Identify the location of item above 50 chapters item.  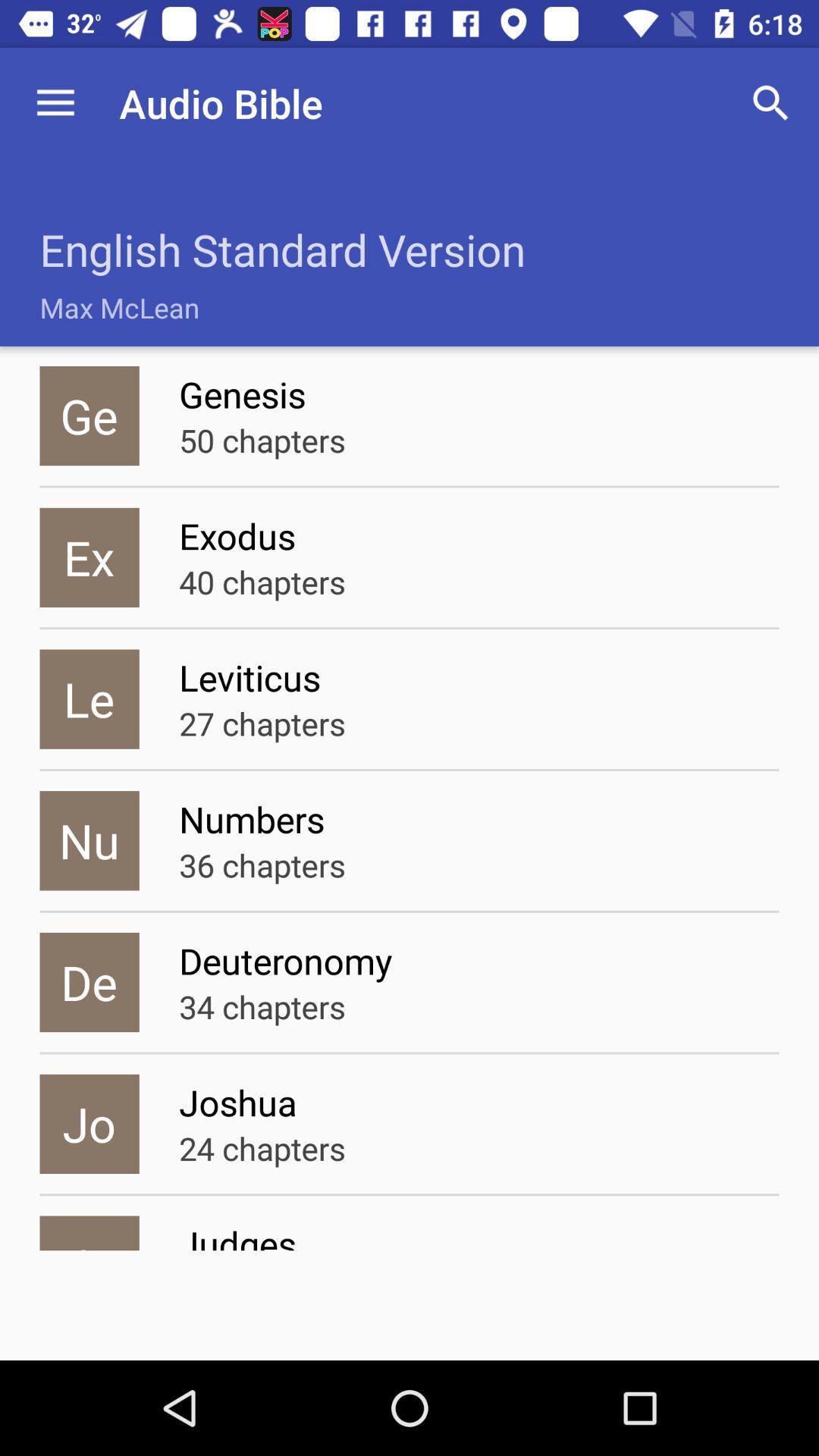
(479, 394).